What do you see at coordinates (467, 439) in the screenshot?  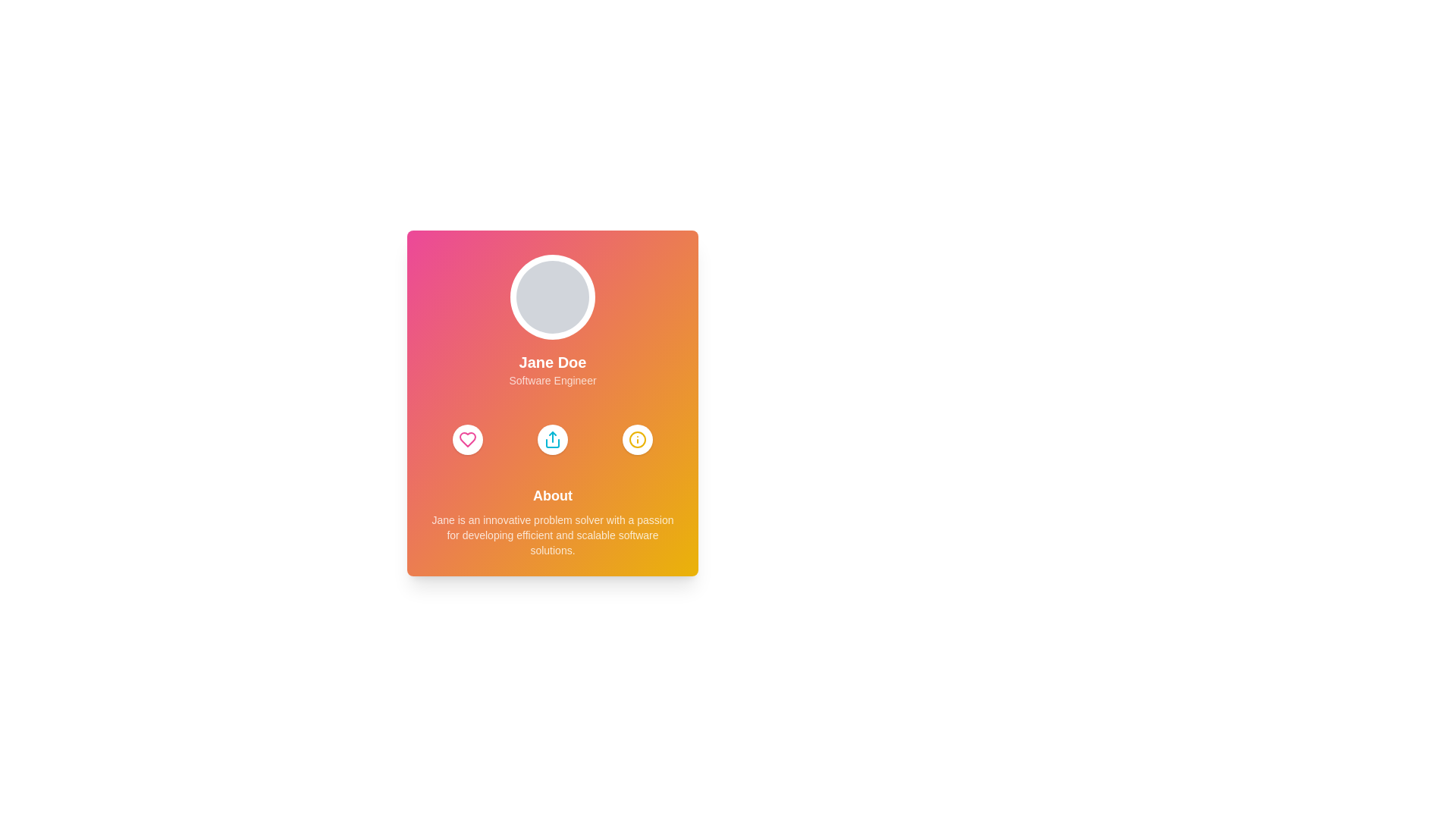 I see `the heart-shaped vector icon in the lower middle section of the card layout` at bounding box center [467, 439].